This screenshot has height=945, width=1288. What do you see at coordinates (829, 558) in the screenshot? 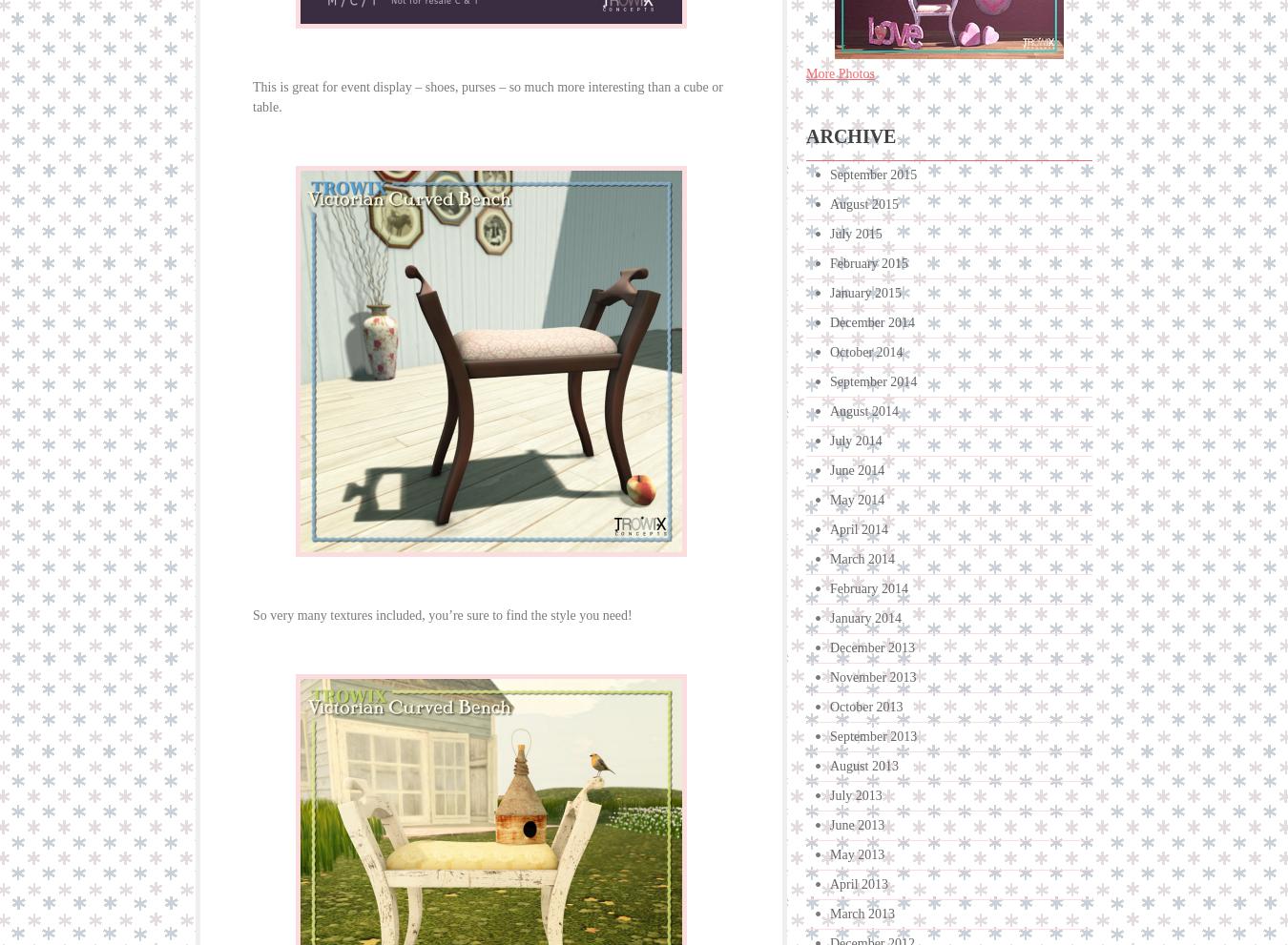
I see `'March 2014'` at bounding box center [829, 558].